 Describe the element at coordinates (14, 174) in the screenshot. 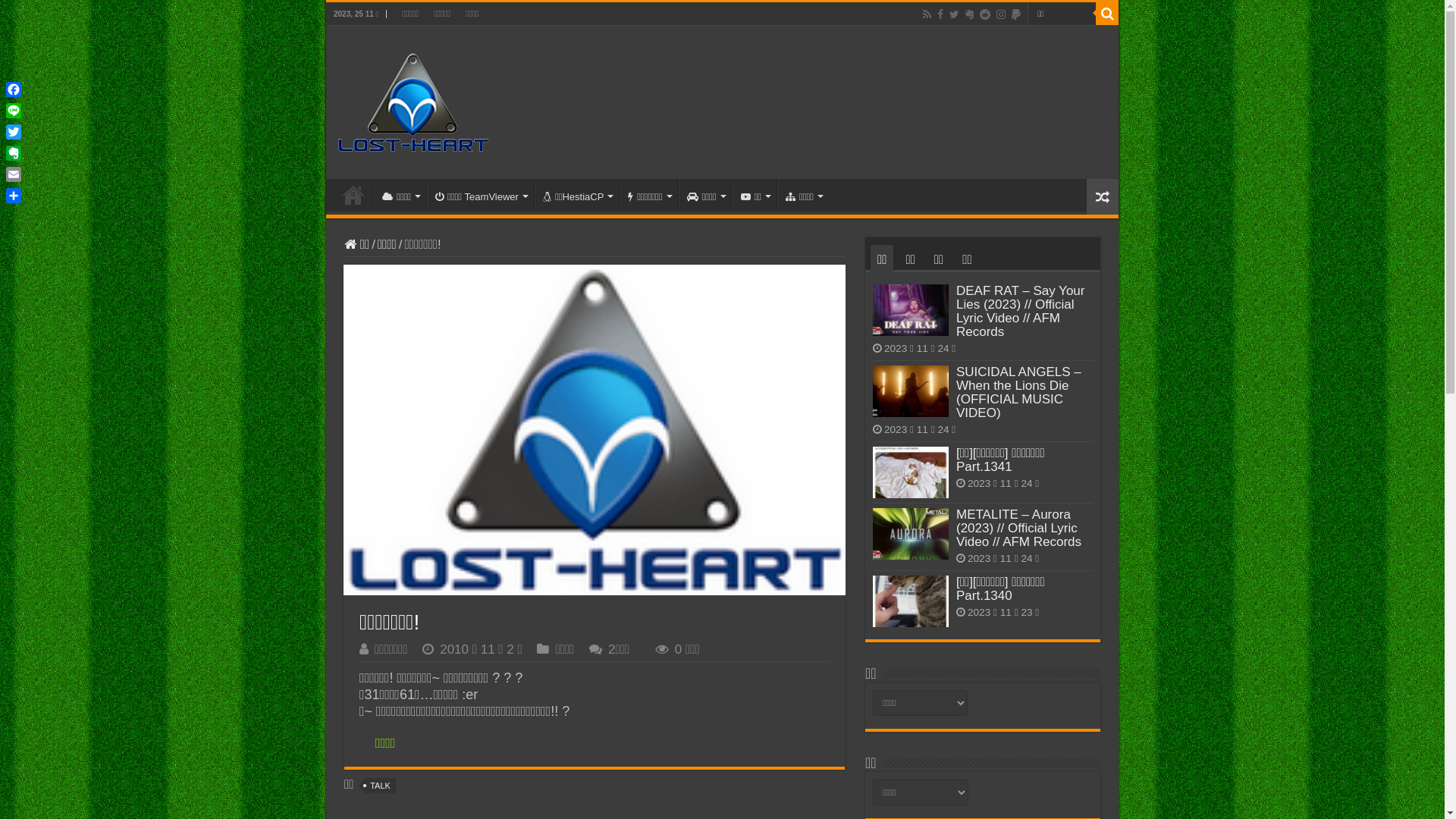

I see `'Email'` at that location.